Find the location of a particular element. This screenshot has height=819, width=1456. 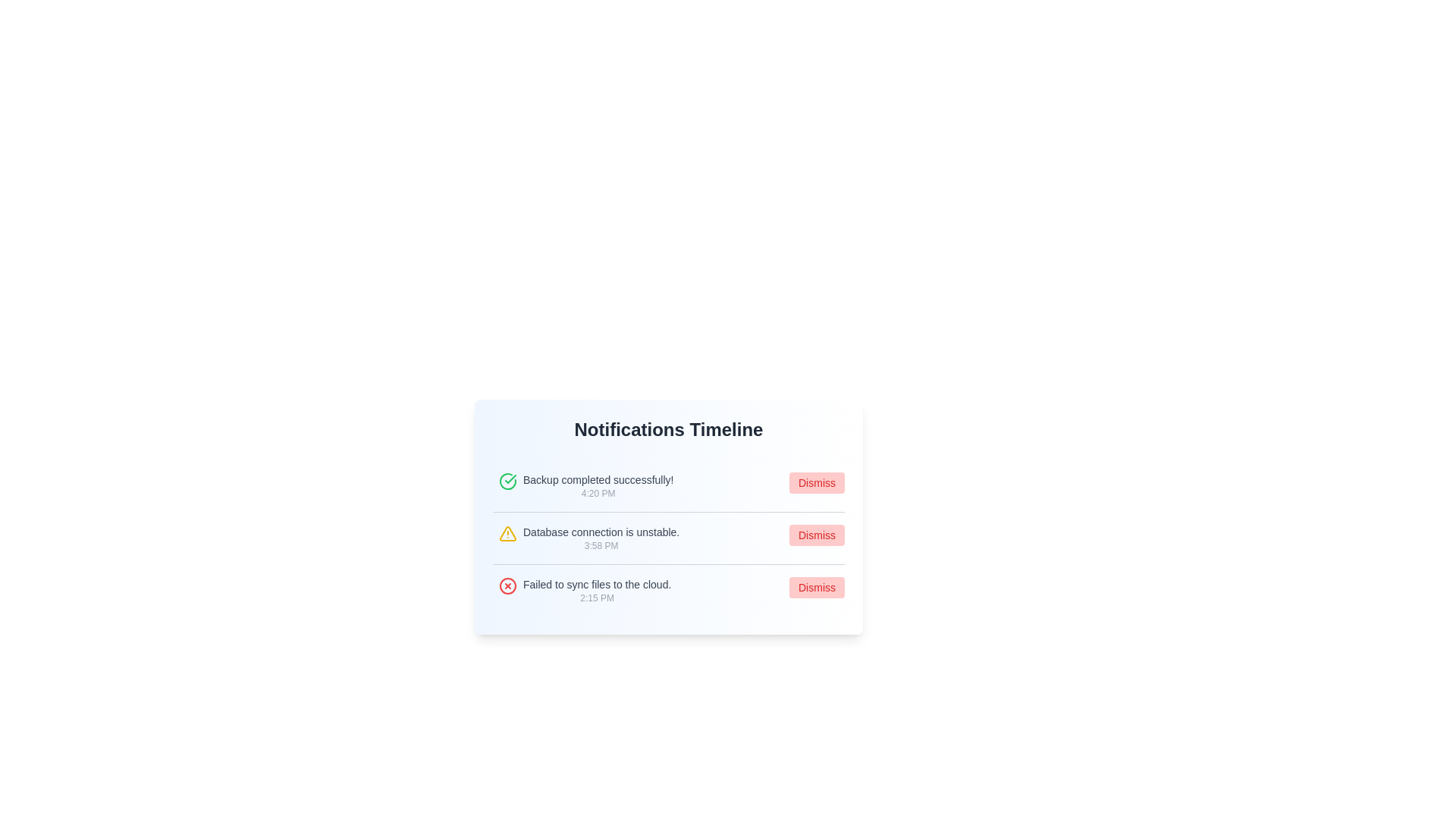

text content of the third notification in the 'Notifications Timeline' panel, which indicates a failure to sync files to the cloud is located at coordinates (596, 590).